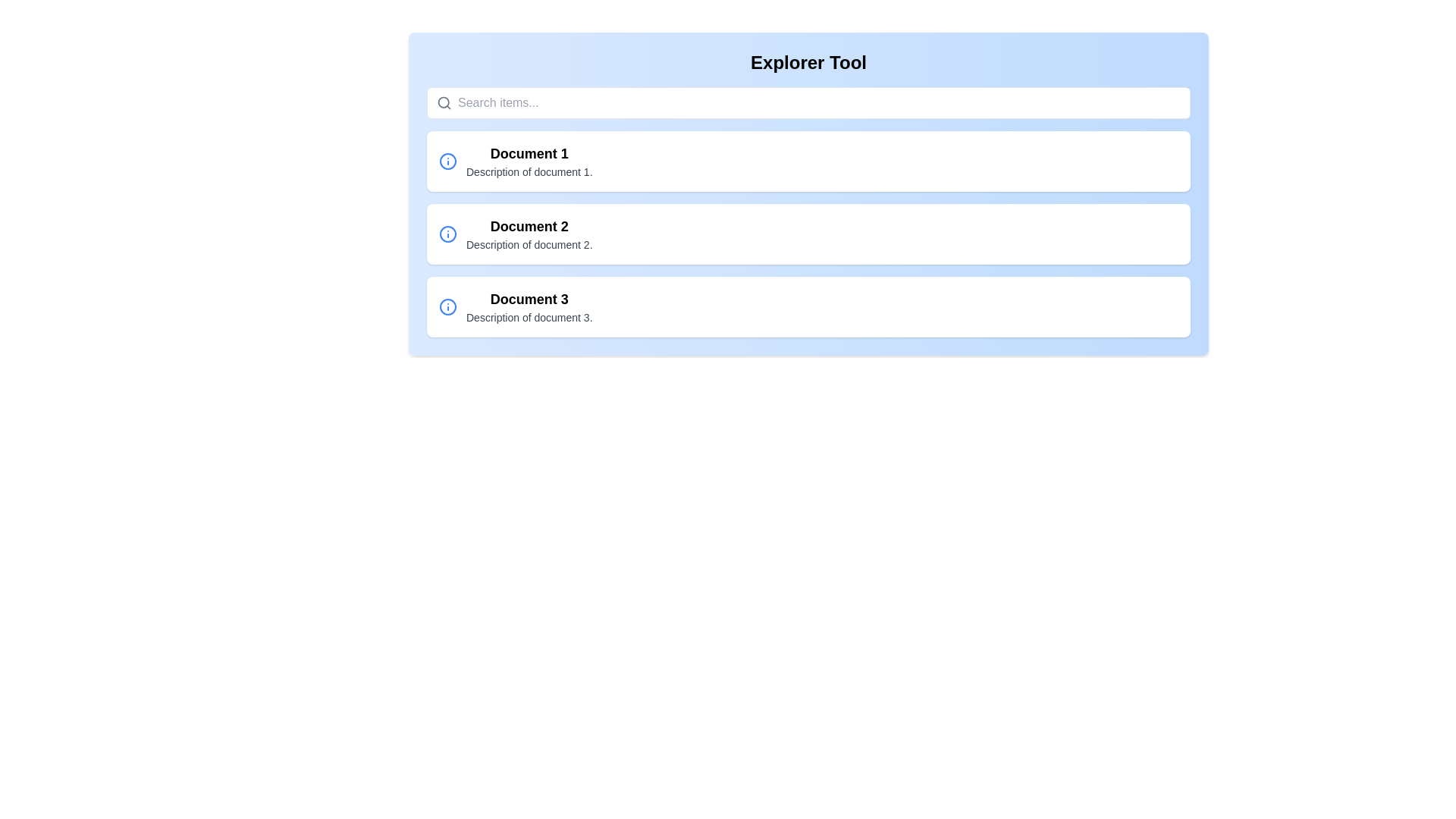 The height and width of the screenshot is (819, 1456). What do you see at coordinates (529, 234) in the screenshot?
I see `the Textual Display Component for 'Document 2', which summarizes relevant information and is positioned in the Explorer Tool interface between 'Document 1' and 'Document 3'` at bounding box center [529, 234].